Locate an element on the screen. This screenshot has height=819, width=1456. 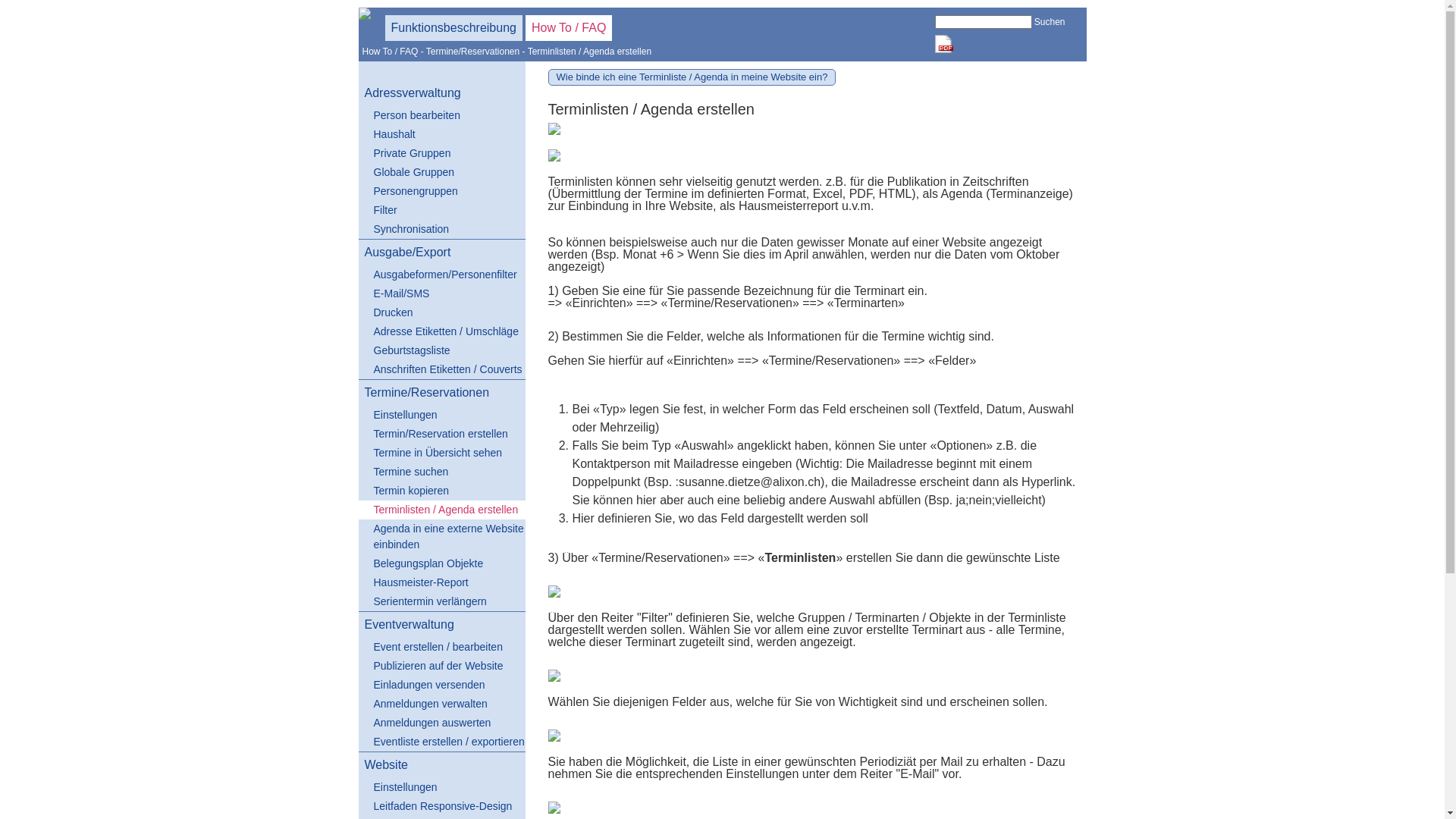
'Einladungen versenden' is located at coordinates (440, 685).